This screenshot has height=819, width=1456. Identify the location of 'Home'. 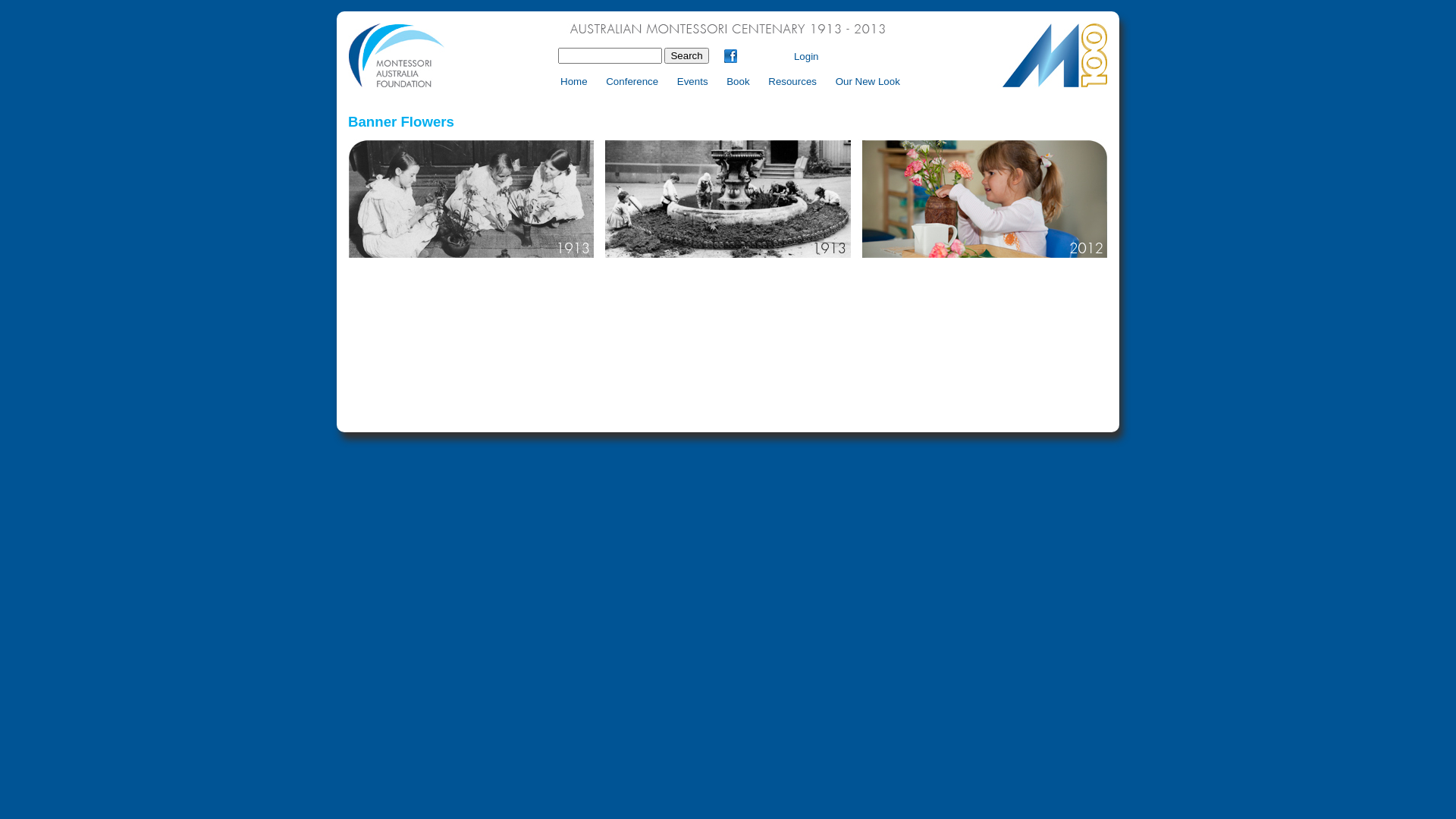
(552, 81).